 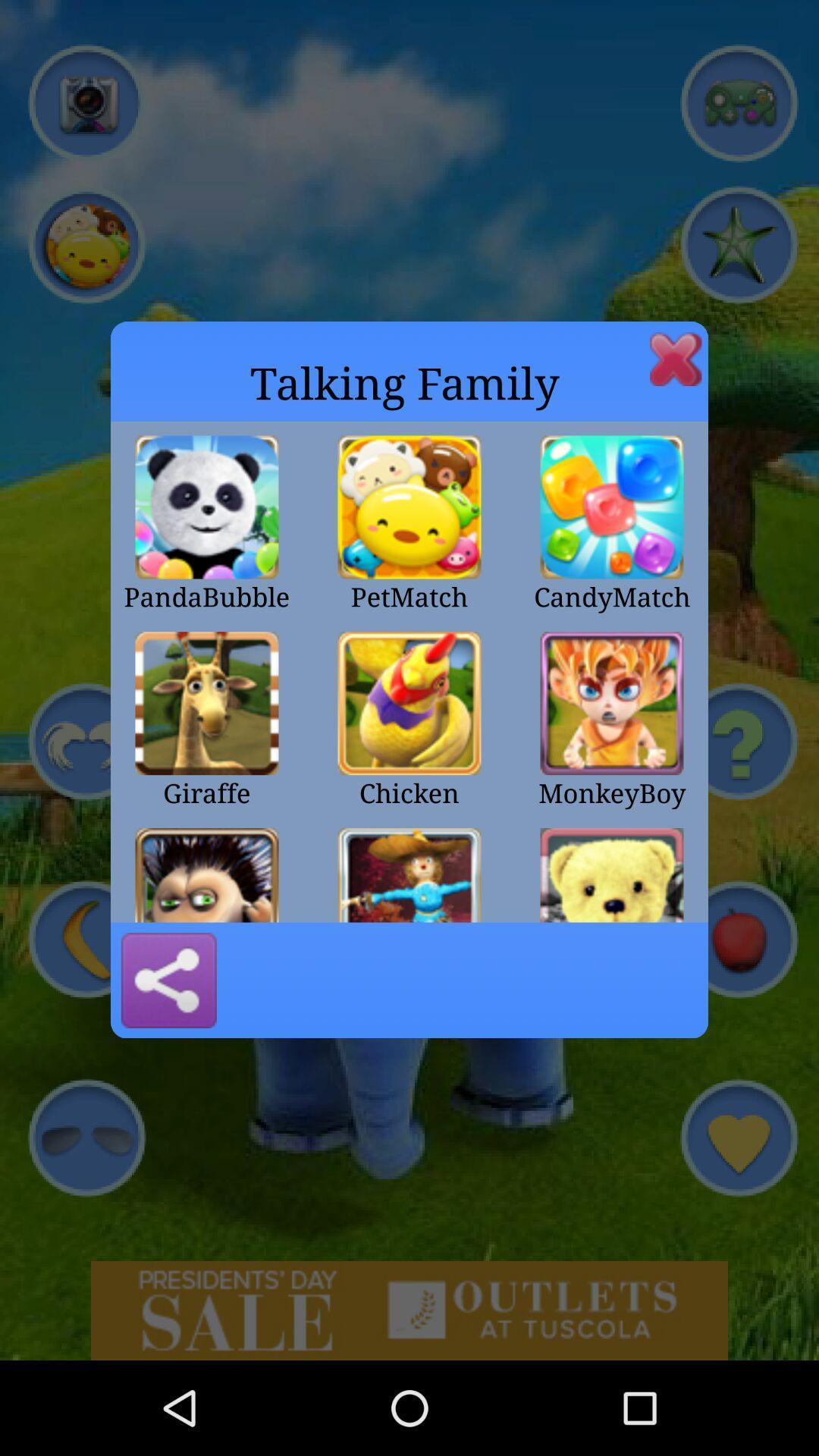 What do you see at coordinates (675, 358) in the screenshot?
I see `item at the top right corner` at bounding box center [675, 358].